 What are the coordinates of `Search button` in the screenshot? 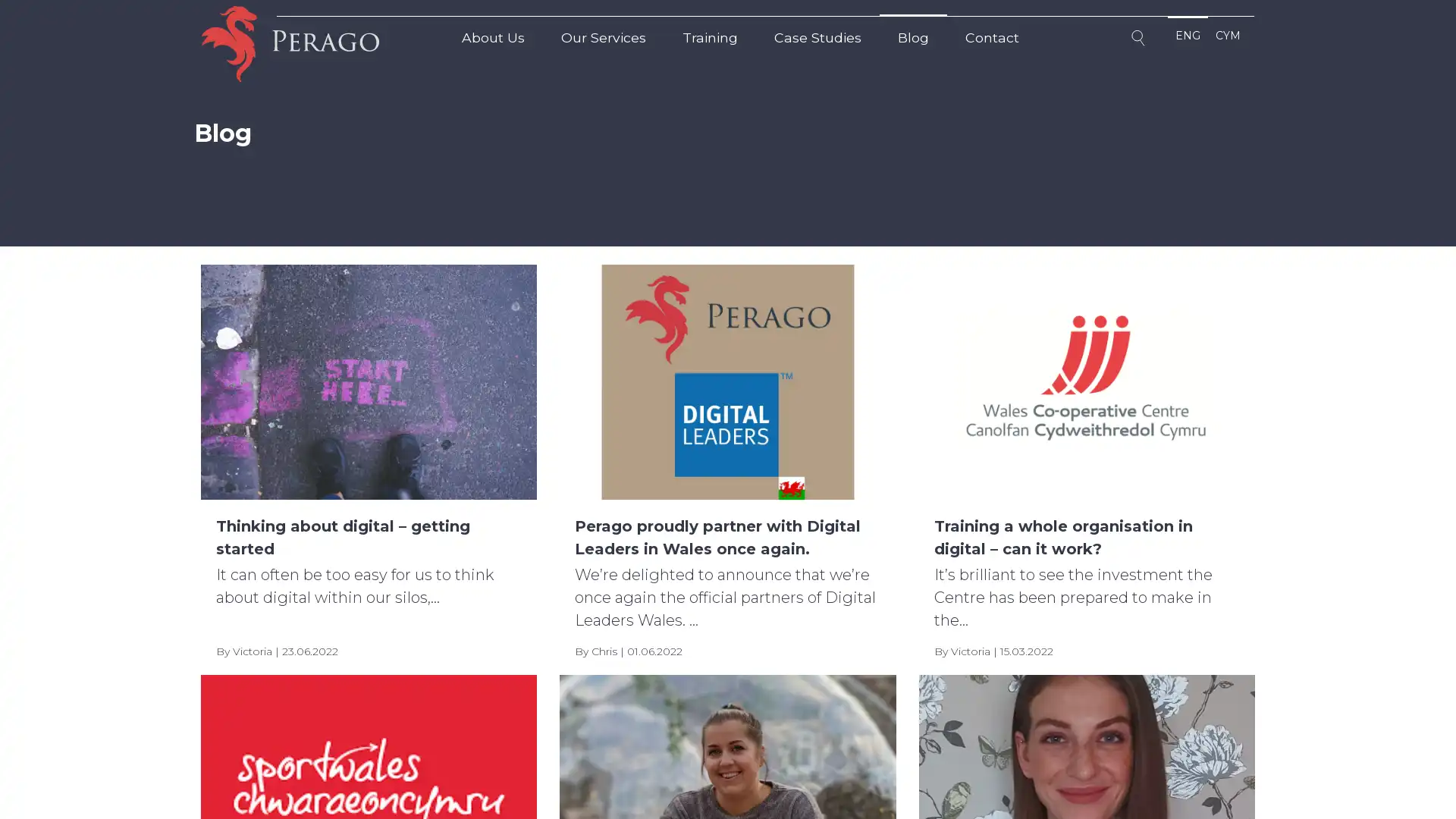 It's located at (1140, 40).